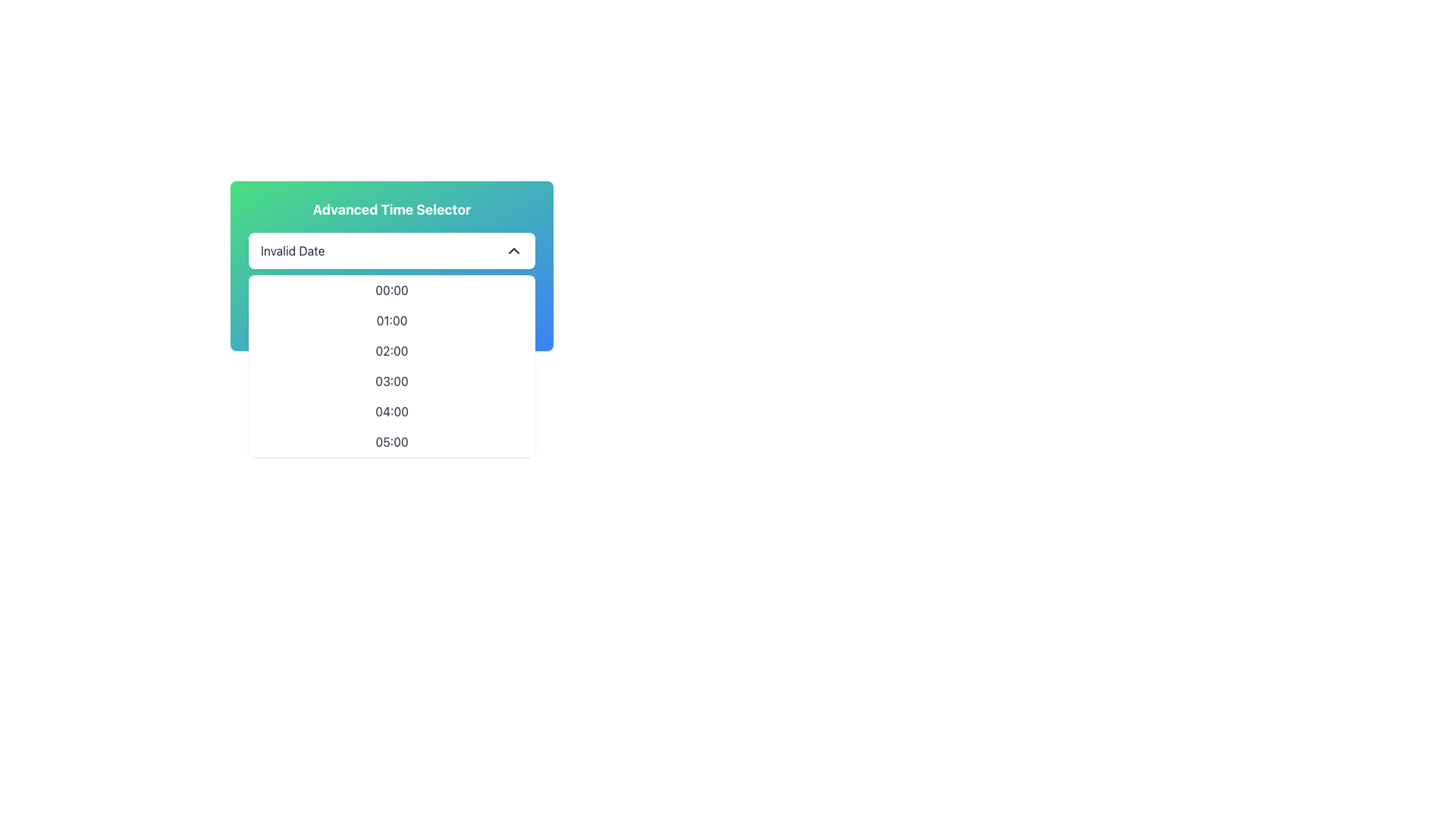 This screenshot has height=819, width=1456. Describe the element at coordinates (392, 317) in the screenshot. I see `the rectangular button with a white background and grey text ('12:00')` at that location.